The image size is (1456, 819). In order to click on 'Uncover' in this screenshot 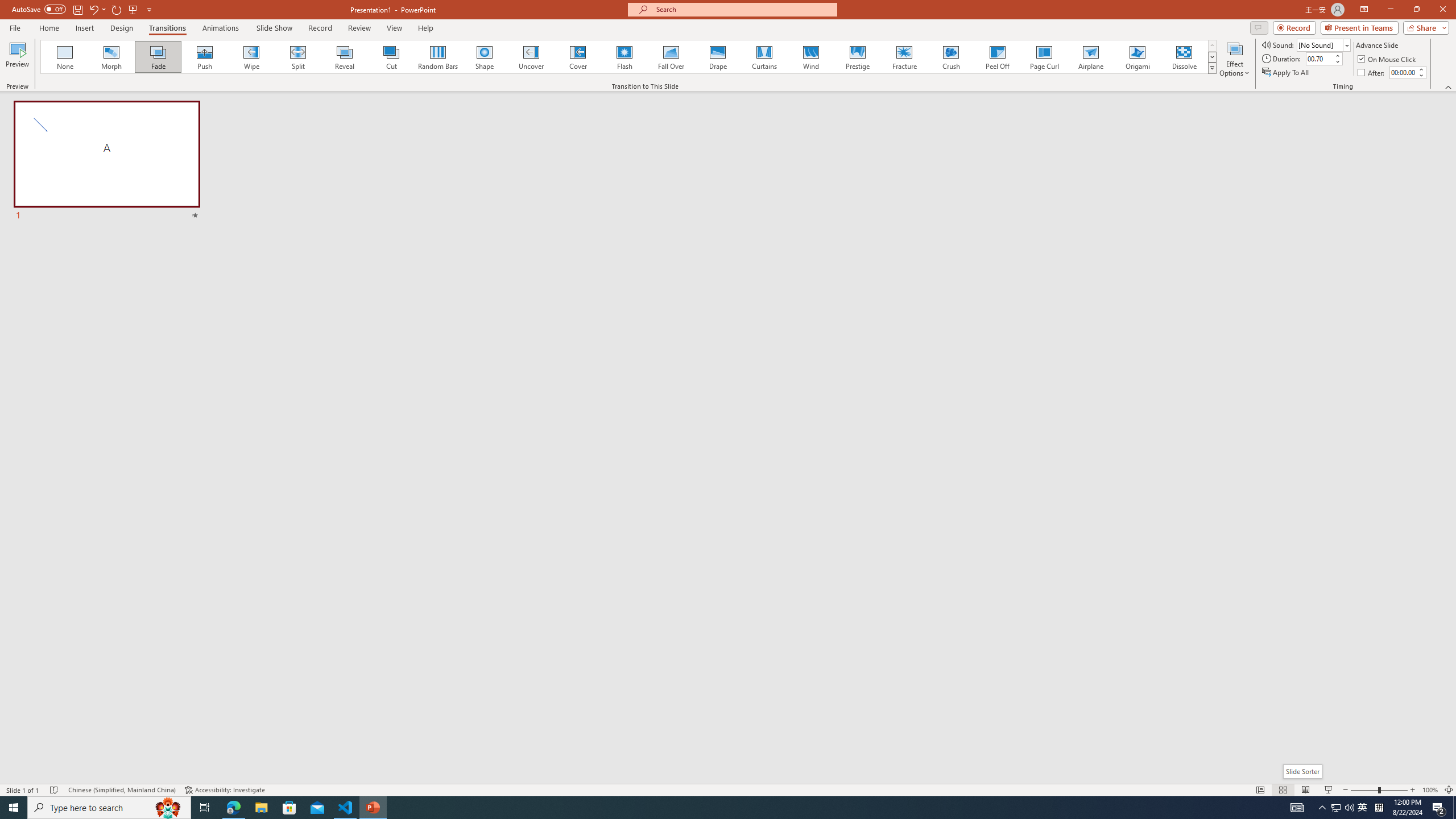, I will do `click(531, 56)`.